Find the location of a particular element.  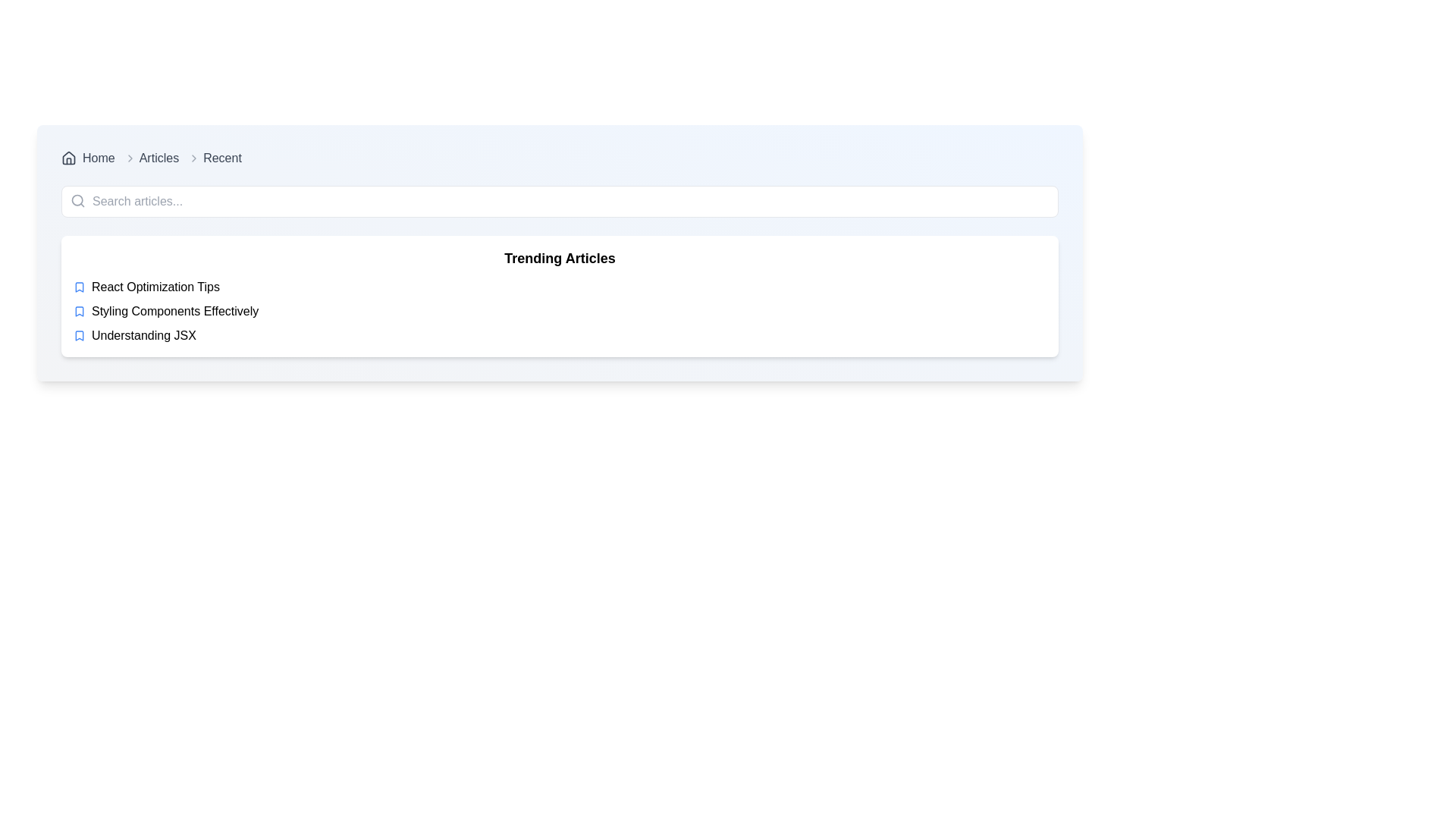

the text-based hyperlink located in the breadcrumb navigation bar, positioned between the 'Home' and 'Recent' links is located at coordinates (158, 158).